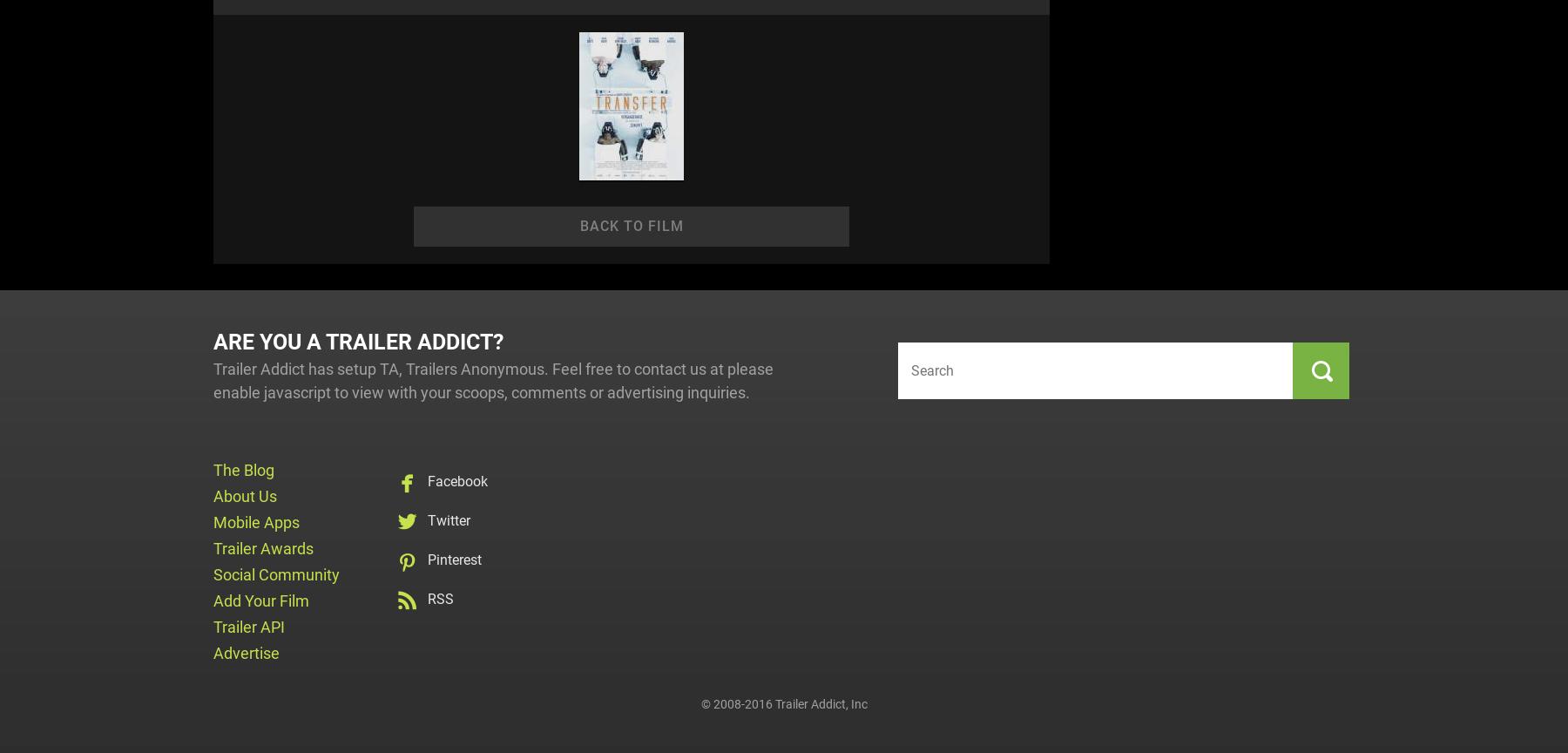 The height and width of the screenshot is (753, 1568). I want to click on 'RSS', so click(439, 598).